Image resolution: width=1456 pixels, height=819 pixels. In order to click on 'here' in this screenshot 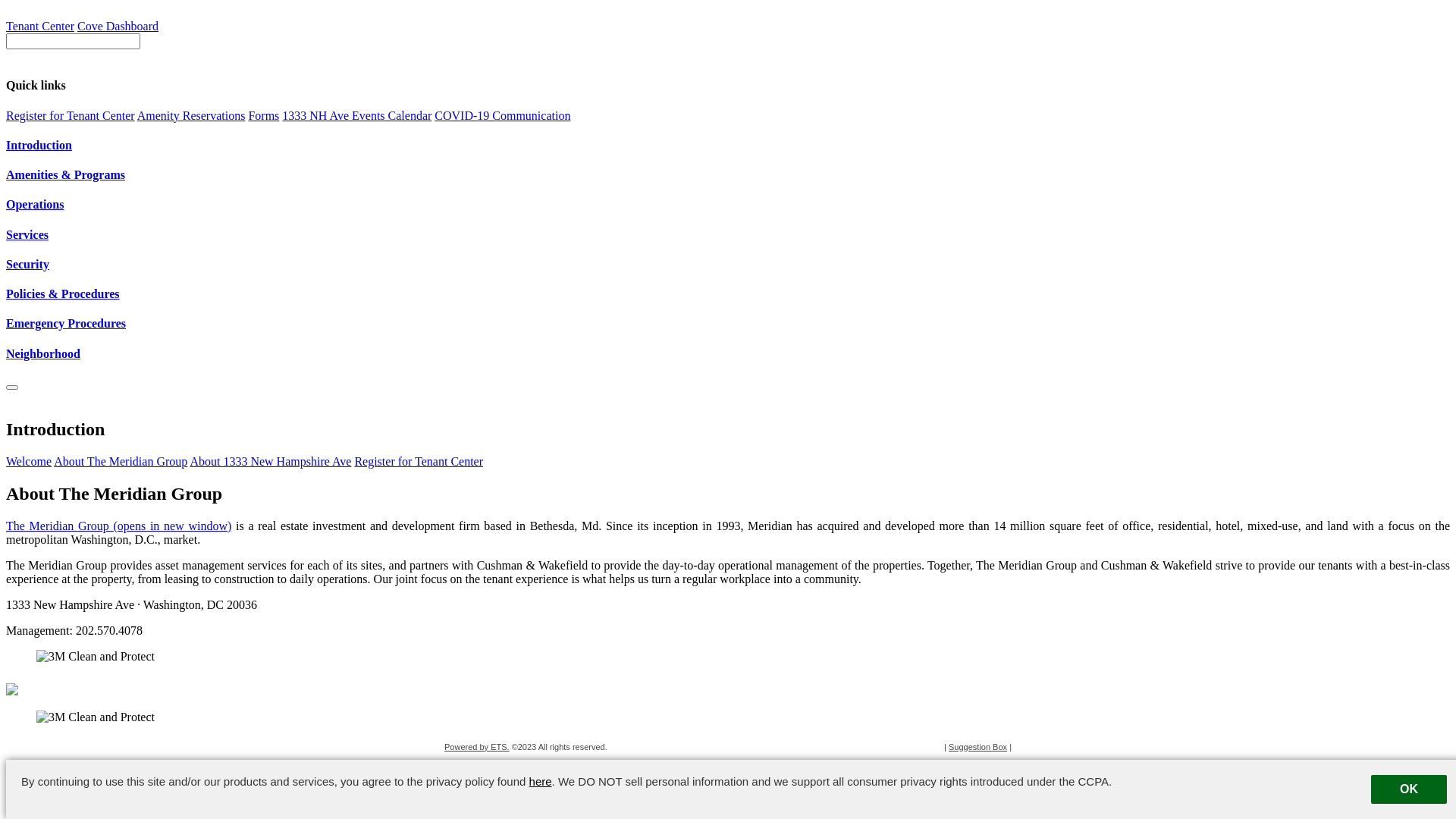, I will do `click(541, 781)`.